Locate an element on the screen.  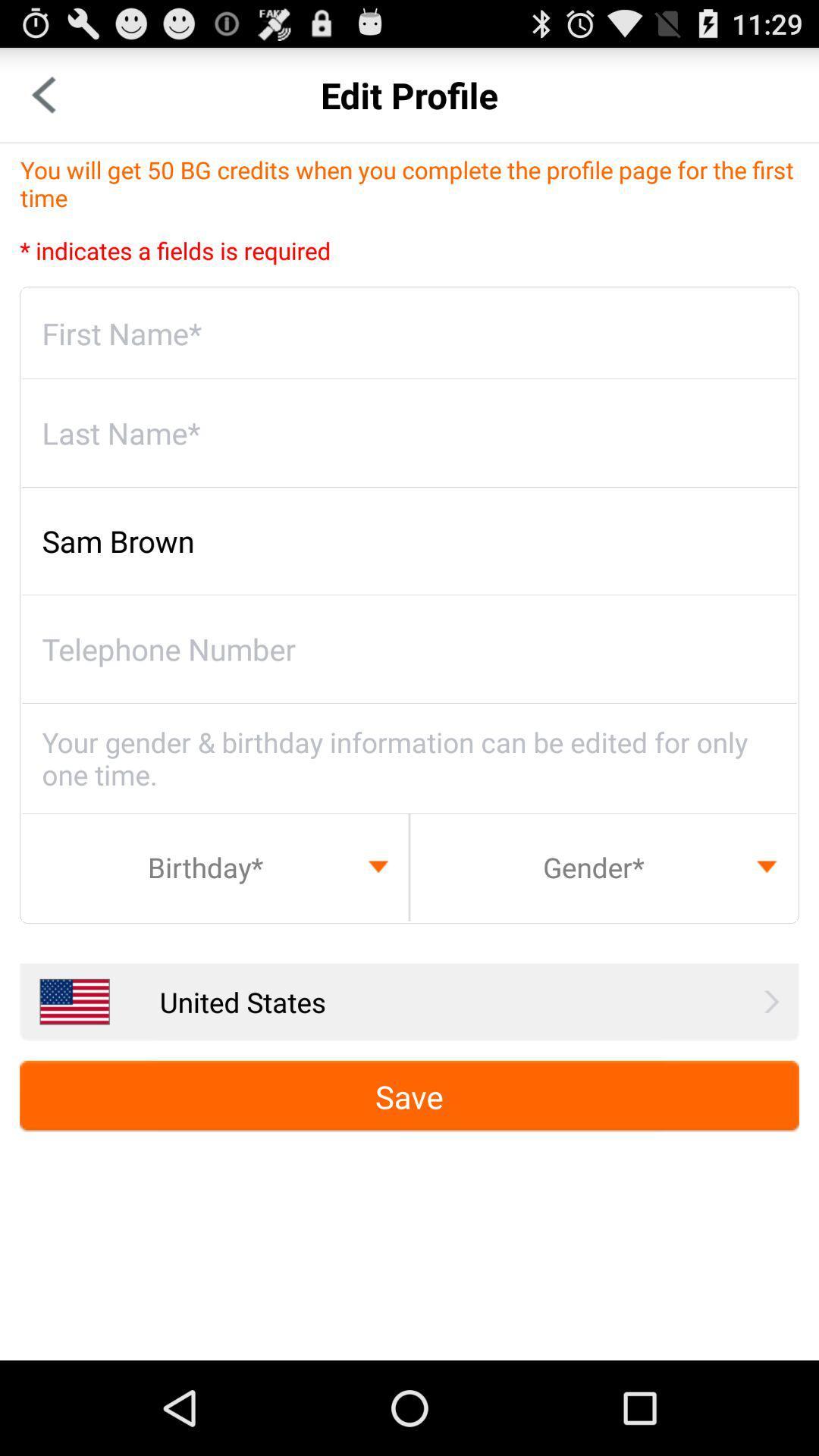
first name is located at coordinates (409, 333).